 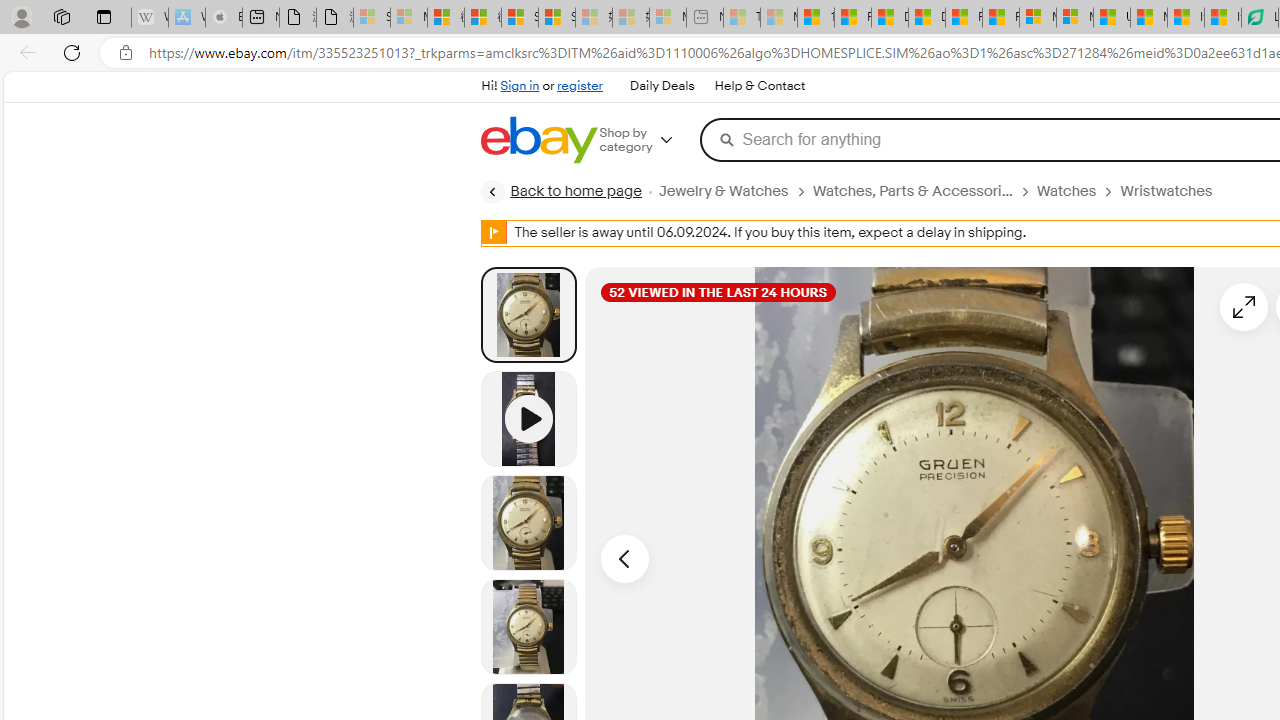 I want to click on 'Picture 1 of 13', so click(x=528, y=314).